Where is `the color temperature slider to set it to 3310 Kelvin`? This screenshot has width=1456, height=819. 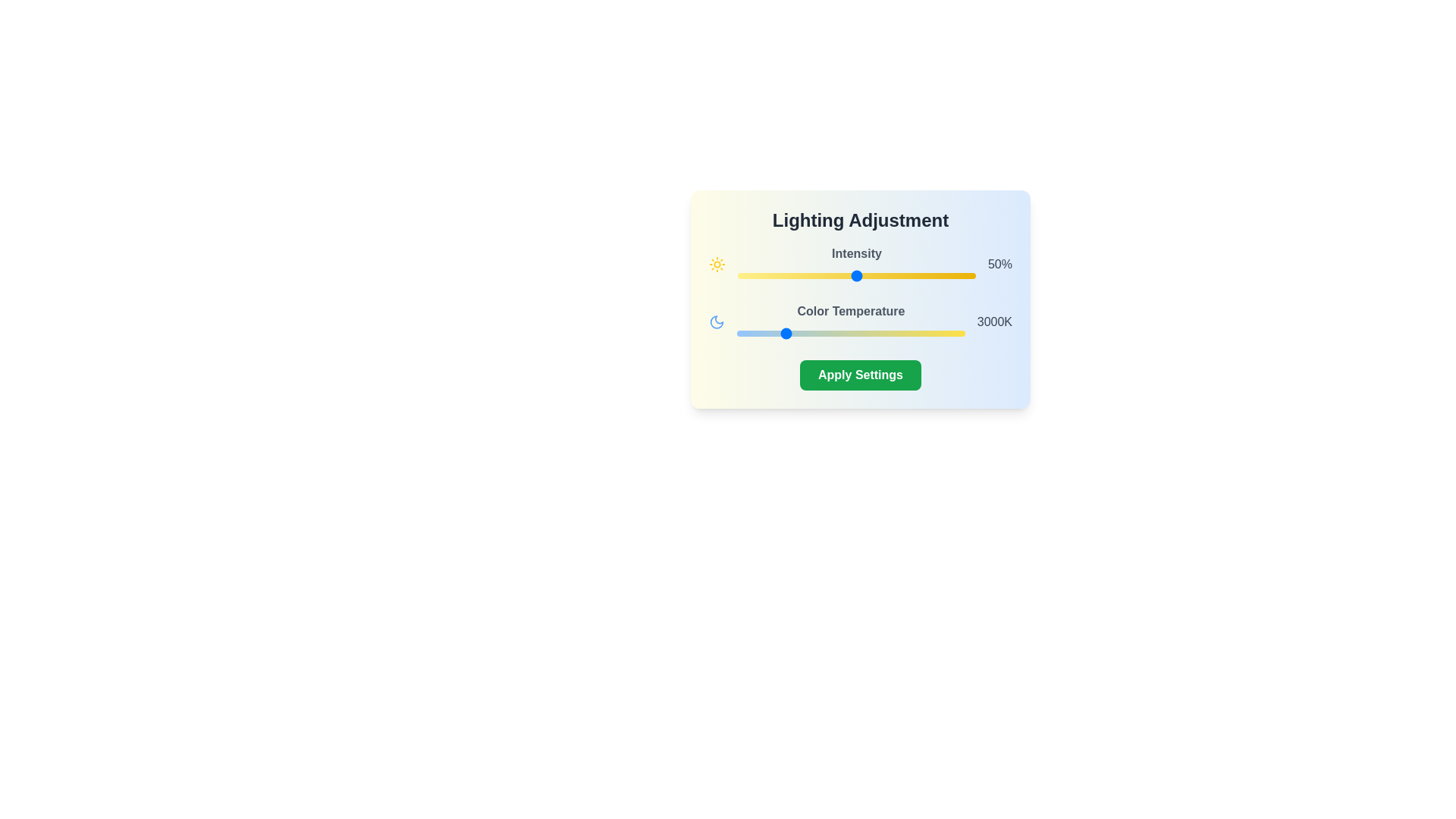 the color temperature slider to set it to 3310 Kelvin is located at coordinates (795, 332).